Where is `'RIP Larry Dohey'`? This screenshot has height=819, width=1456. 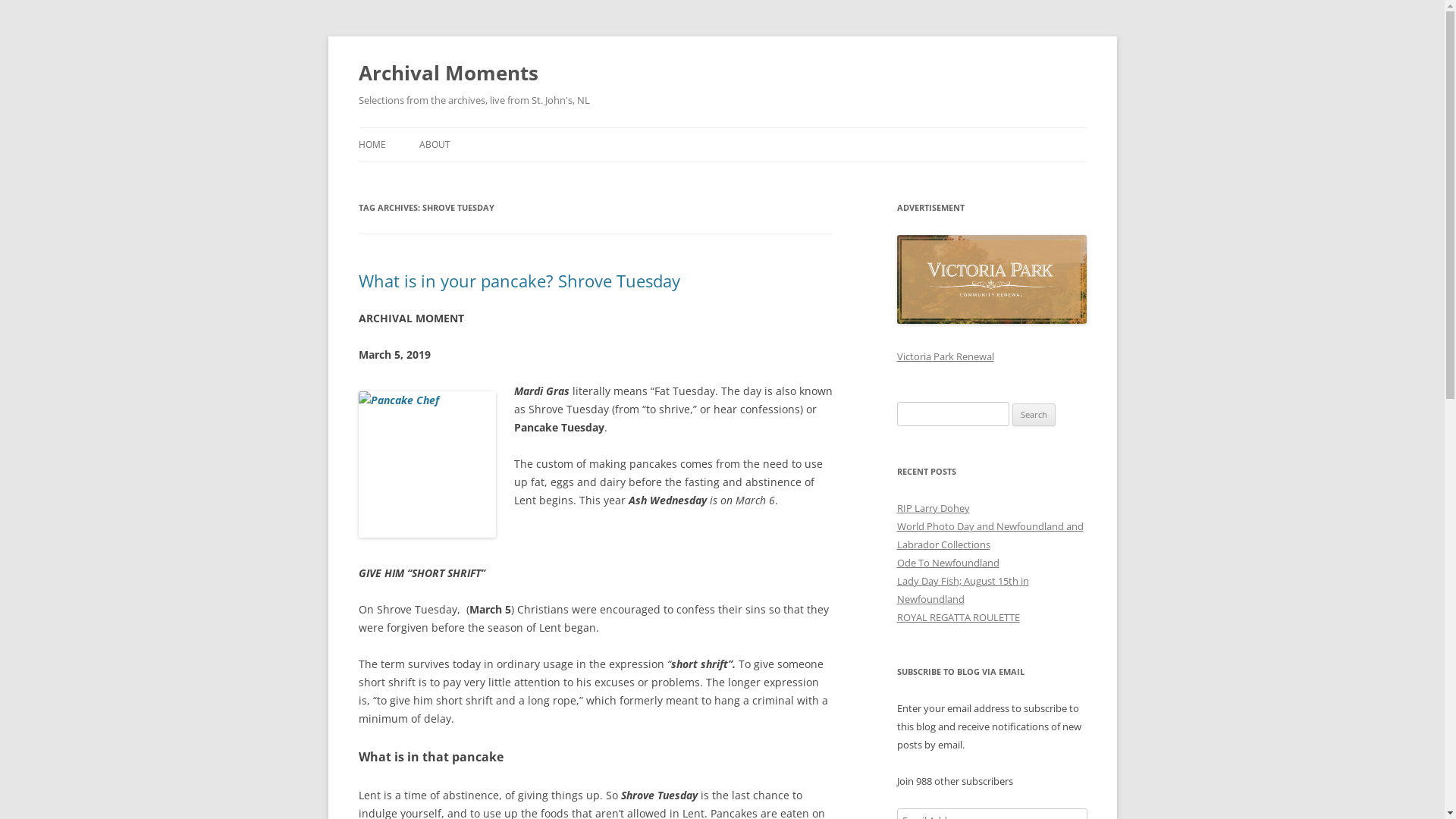
'RIP Larry Dohey' is located at coordinates (896, 508).